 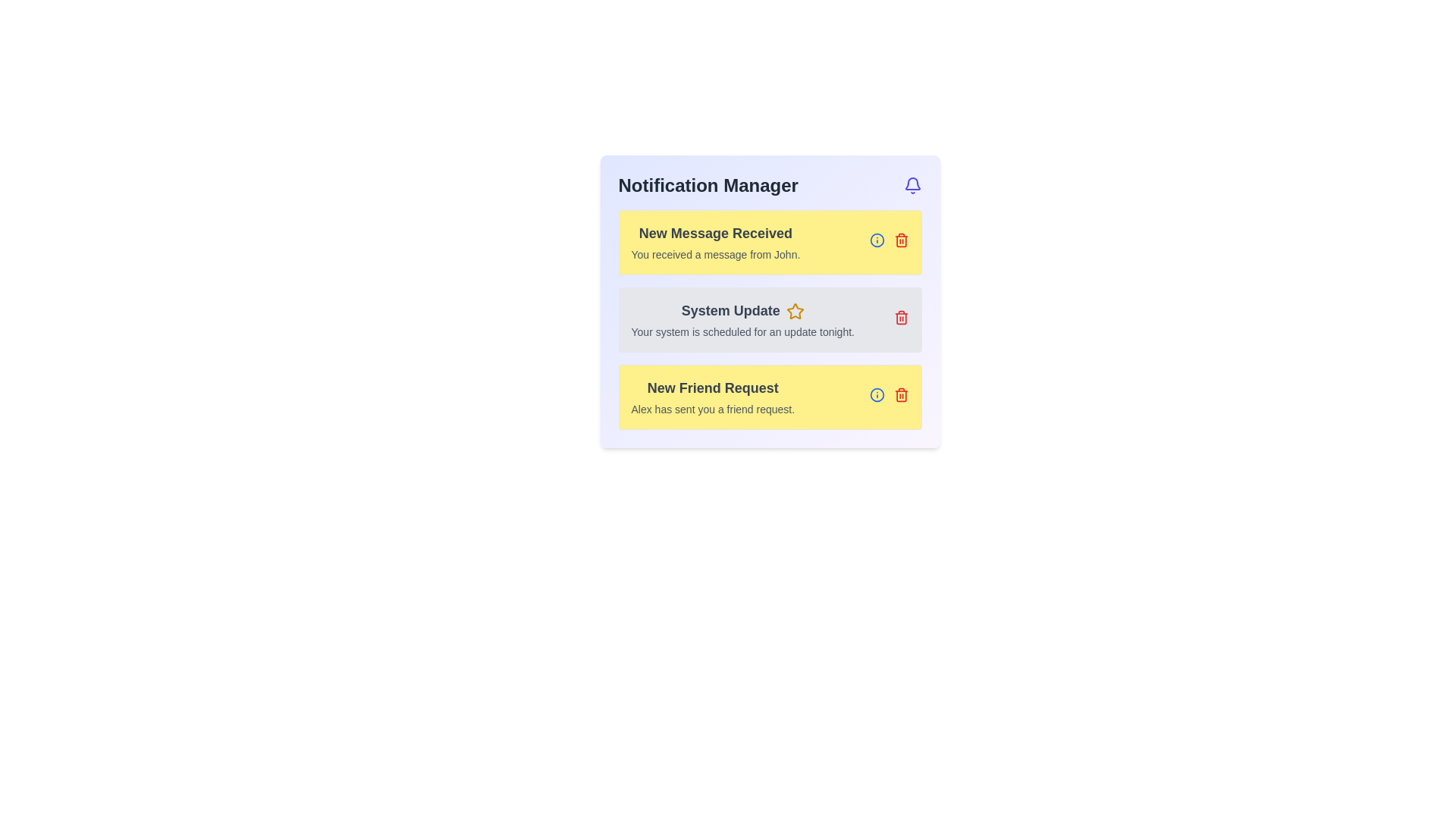 What do you see at coordinates (794, 310) in the screenshot?
I see `the star icon with a yellow fill and white stroke located to the right of the 'System Update' notification text` at bounding box center [794, 310].